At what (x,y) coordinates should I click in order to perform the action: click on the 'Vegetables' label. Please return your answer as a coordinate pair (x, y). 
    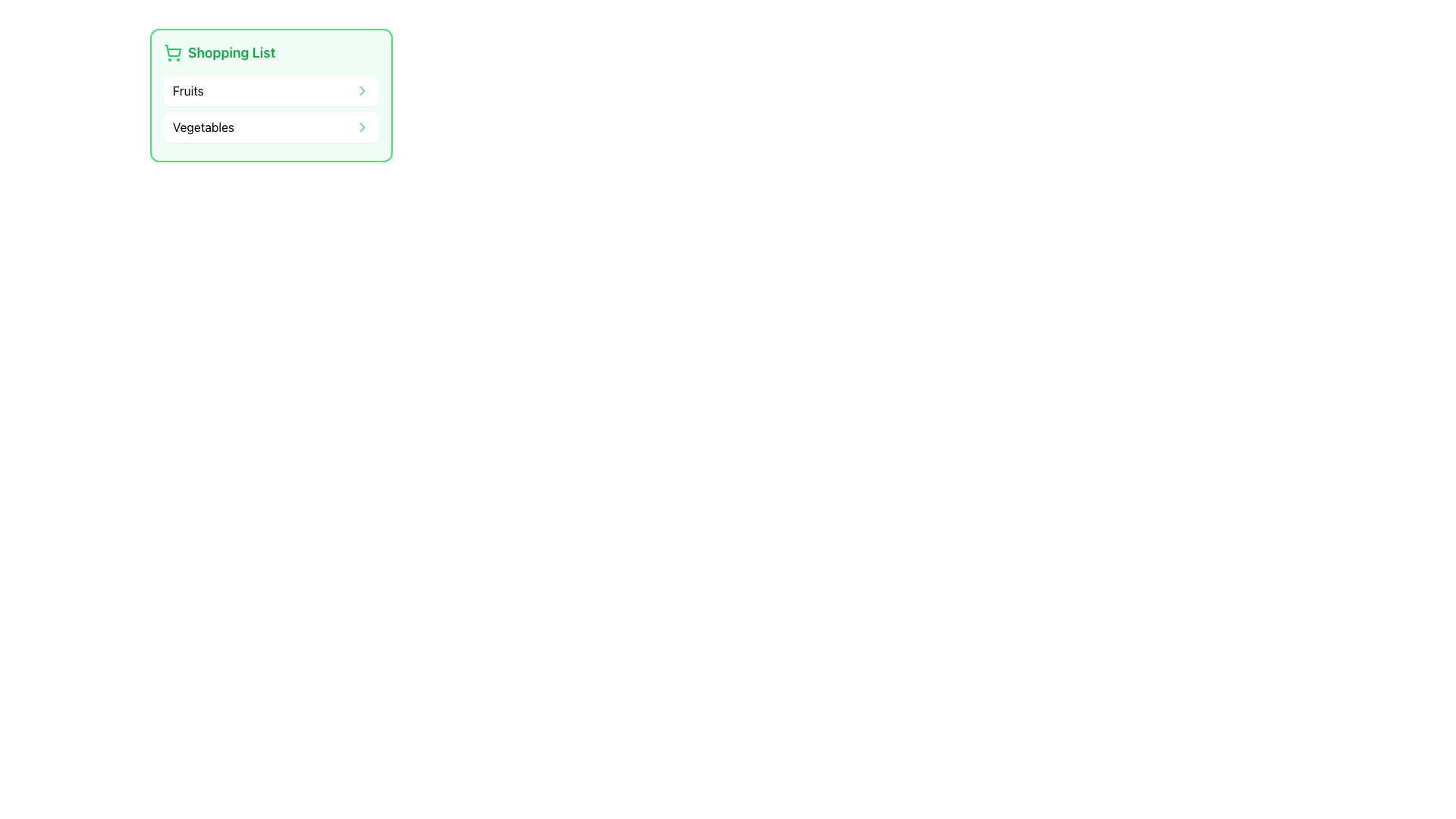
    Looking at the image, I should click on (202, 127).